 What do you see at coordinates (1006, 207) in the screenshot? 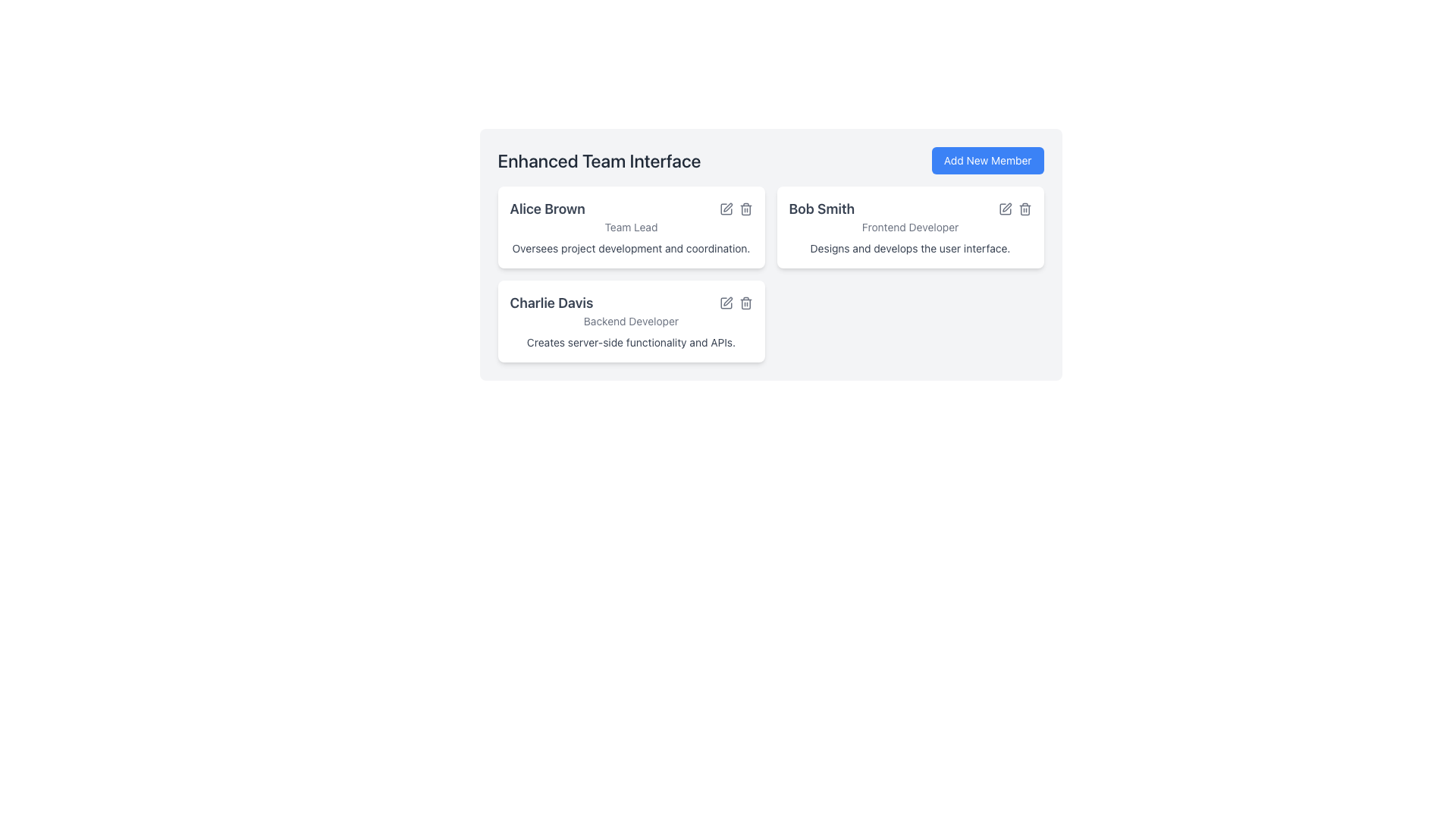
I see `the editing icon (pen within a square border) located at the top-right of the 'Bob Smith' card` at bounding box center [1006, 207].